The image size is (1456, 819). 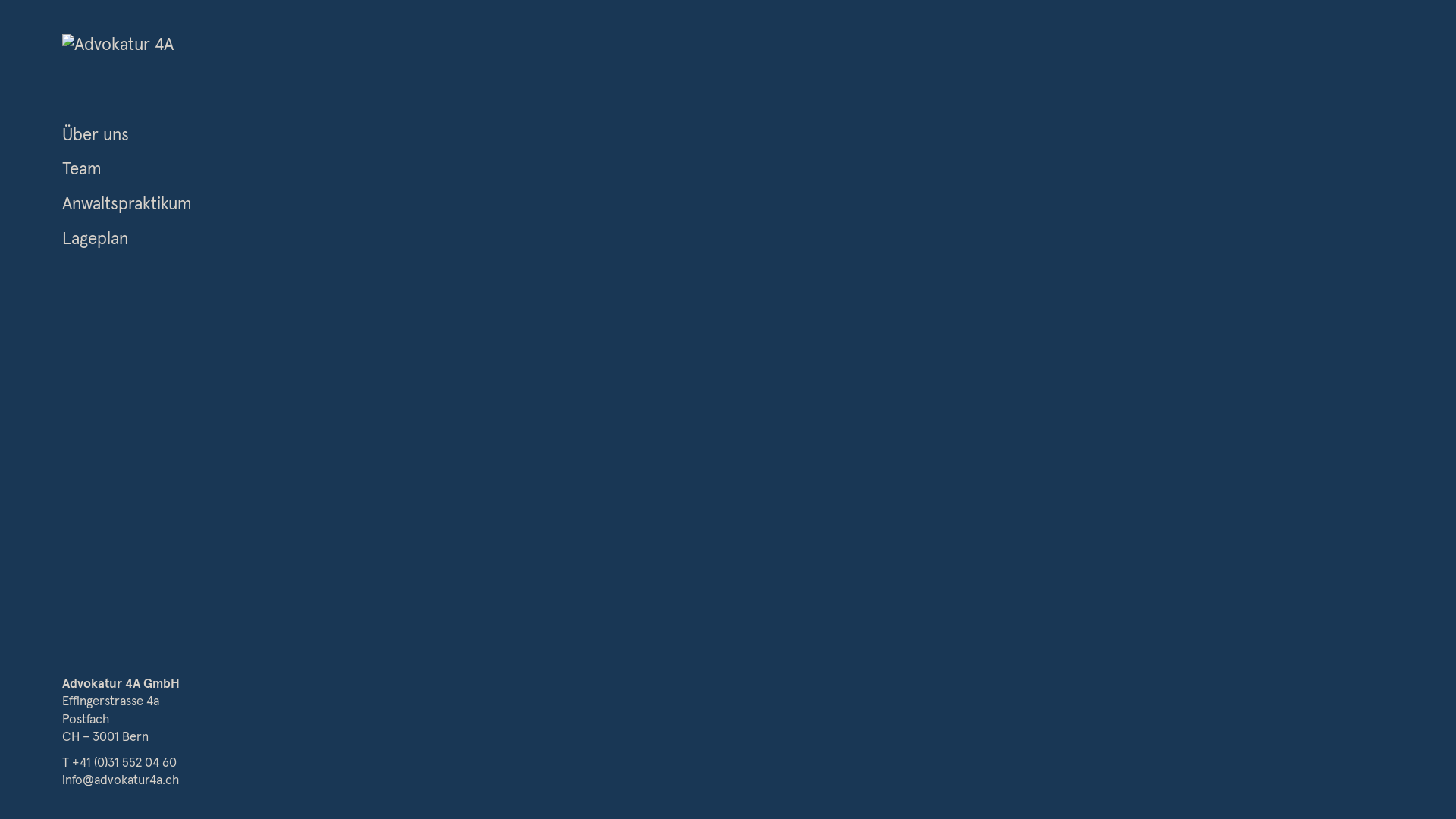 I want to click on 'Anwaltspraktikum', so click(x=127, y=203).